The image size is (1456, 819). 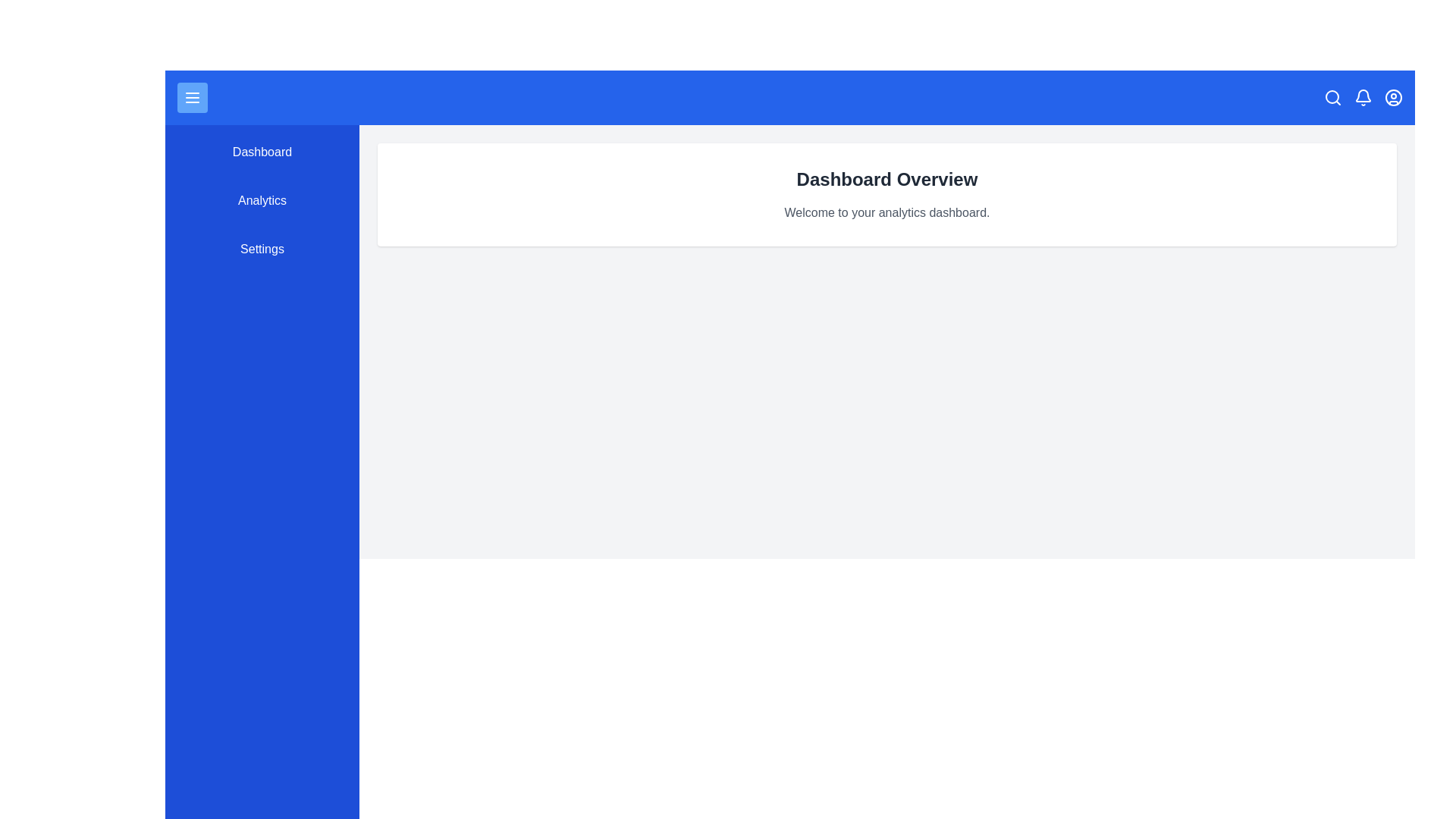 What do you see at coordinates (192, 97) in the screenshot?
I see `the menu button to toggle the navigation menu visibility` at bounding box center [192, 97].